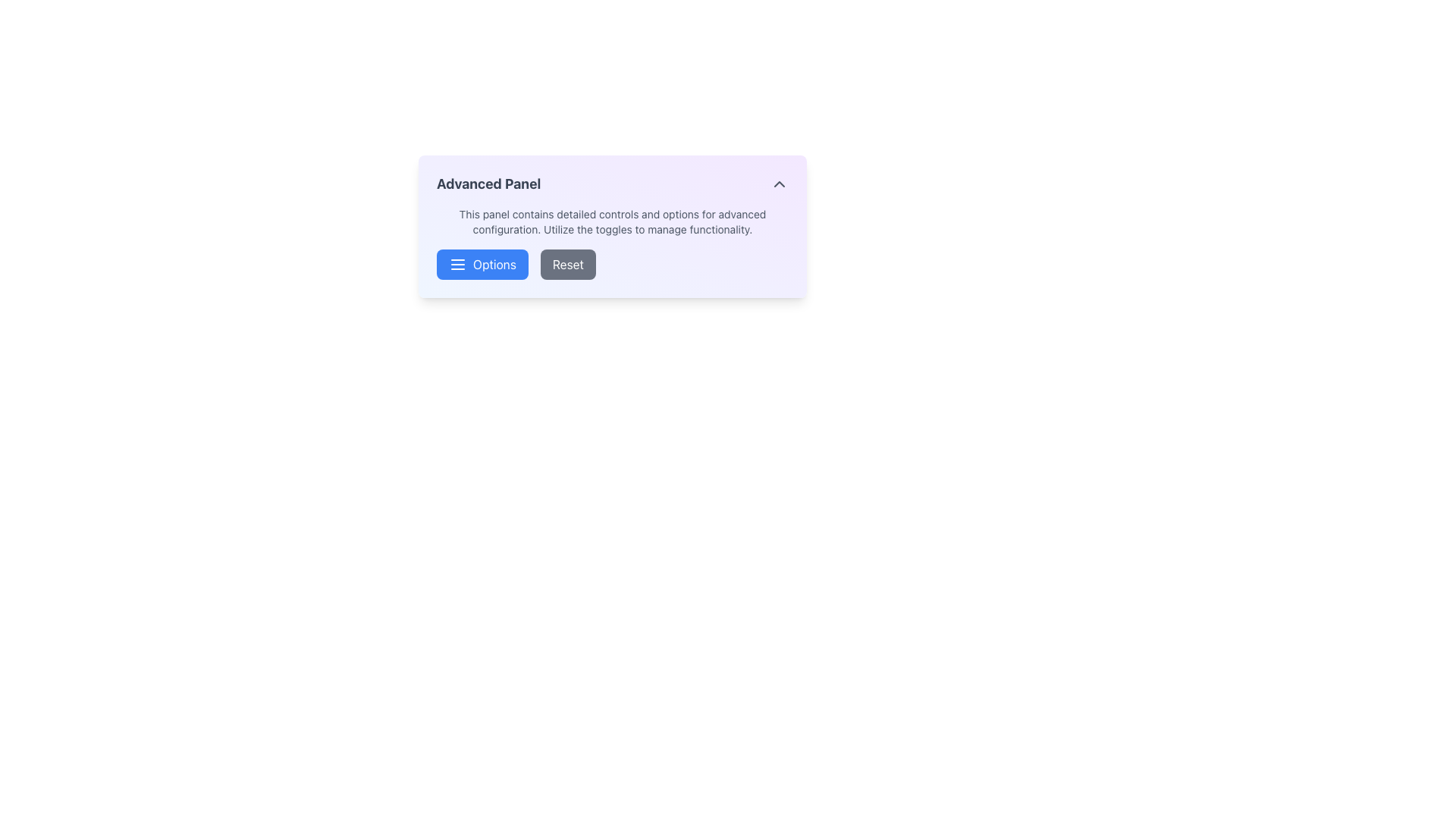 Image resolution: width=1456 pixels, height=819 pixels. What do you see at coordinates (612, 227) in the screenshot?
I see `descriptive text from the 'Advanced Panel' which contains detailed descriptions and settings related to advanced configurations` at bounding box center [612, 227].